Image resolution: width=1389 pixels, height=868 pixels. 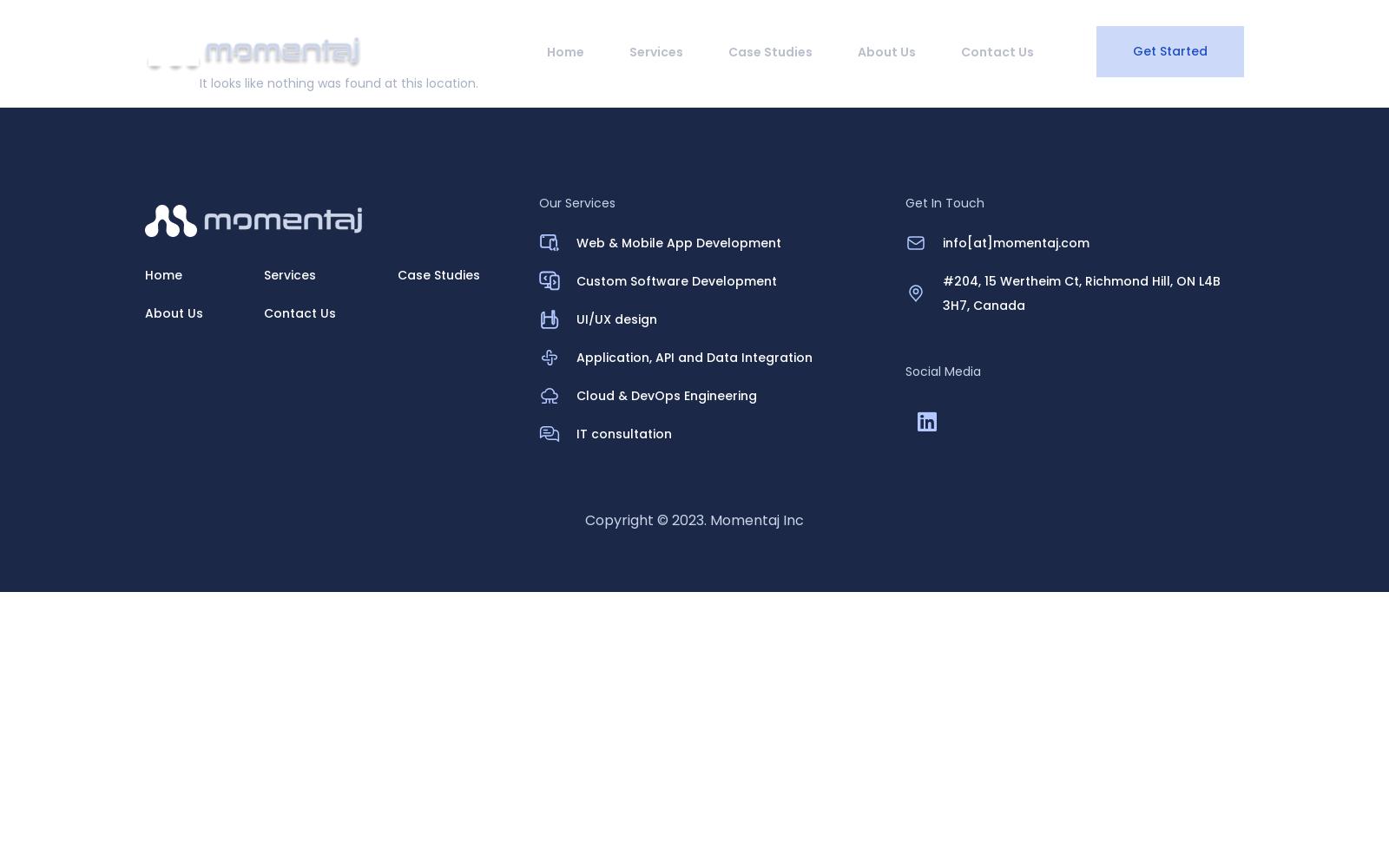 What do you see at coordinates (1015, 243) in the screenshot?
I see `'info[at]momentaj.com'` at bounding box center [1015, 243].